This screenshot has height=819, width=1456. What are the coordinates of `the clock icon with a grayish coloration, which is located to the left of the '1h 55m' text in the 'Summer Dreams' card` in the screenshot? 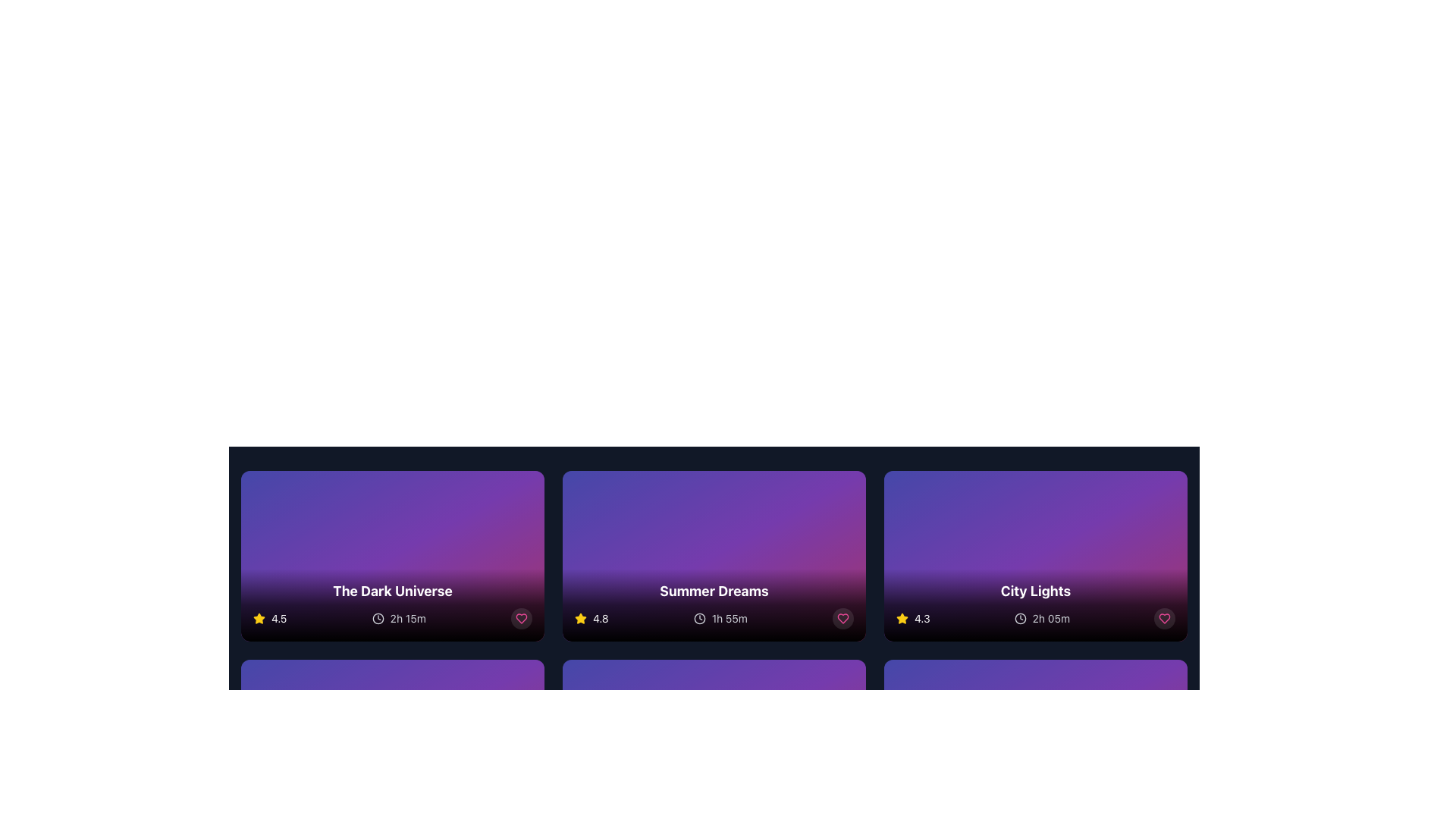 It's located at (698, 619).